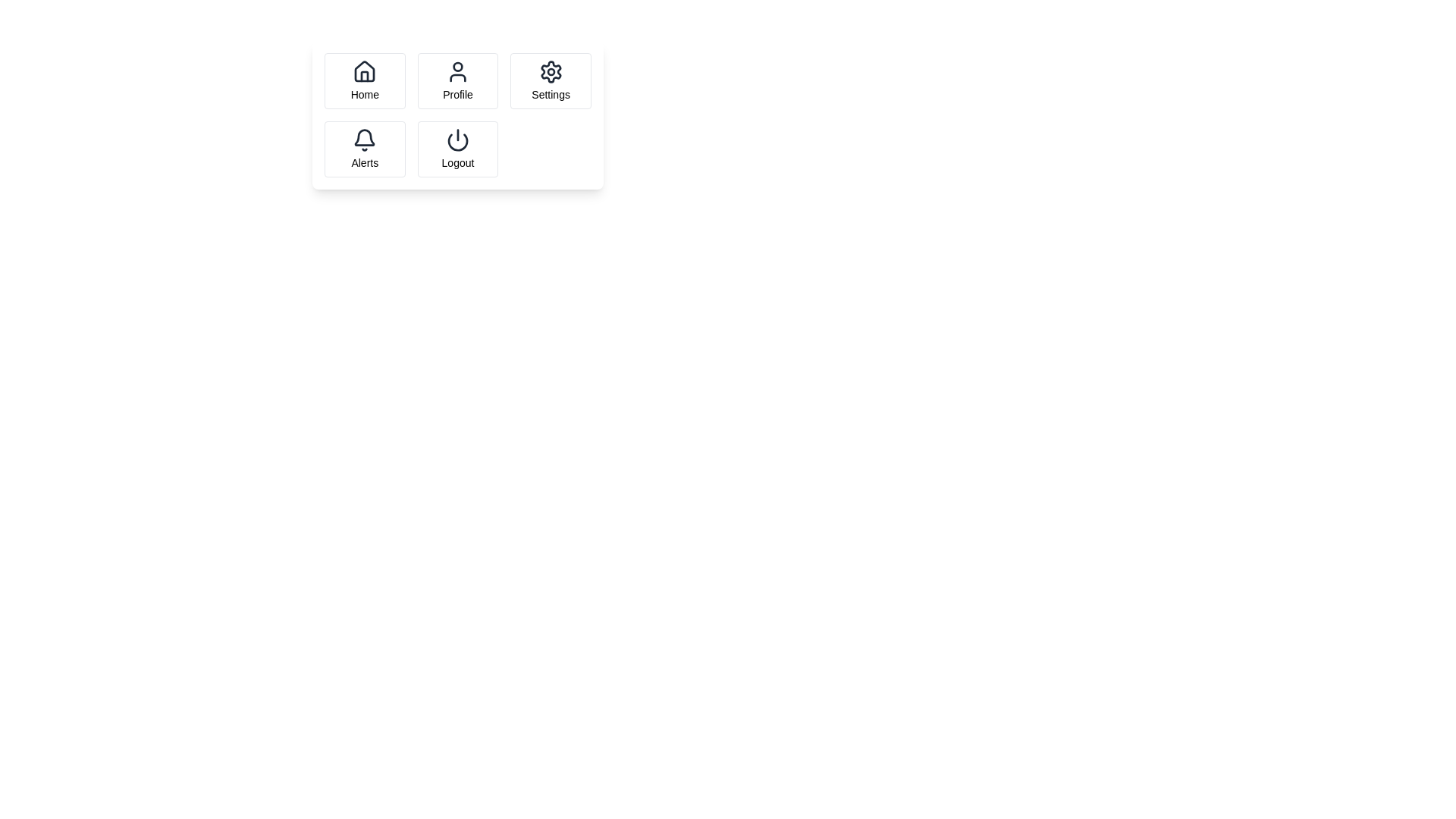 The height and width of the screenshot is (819, 1456). I want to click on the 'Home' text label, which is a small font styled label located below a house icon and aligned with 'Profile' and 'Settings' buttons, so click(365, 94).